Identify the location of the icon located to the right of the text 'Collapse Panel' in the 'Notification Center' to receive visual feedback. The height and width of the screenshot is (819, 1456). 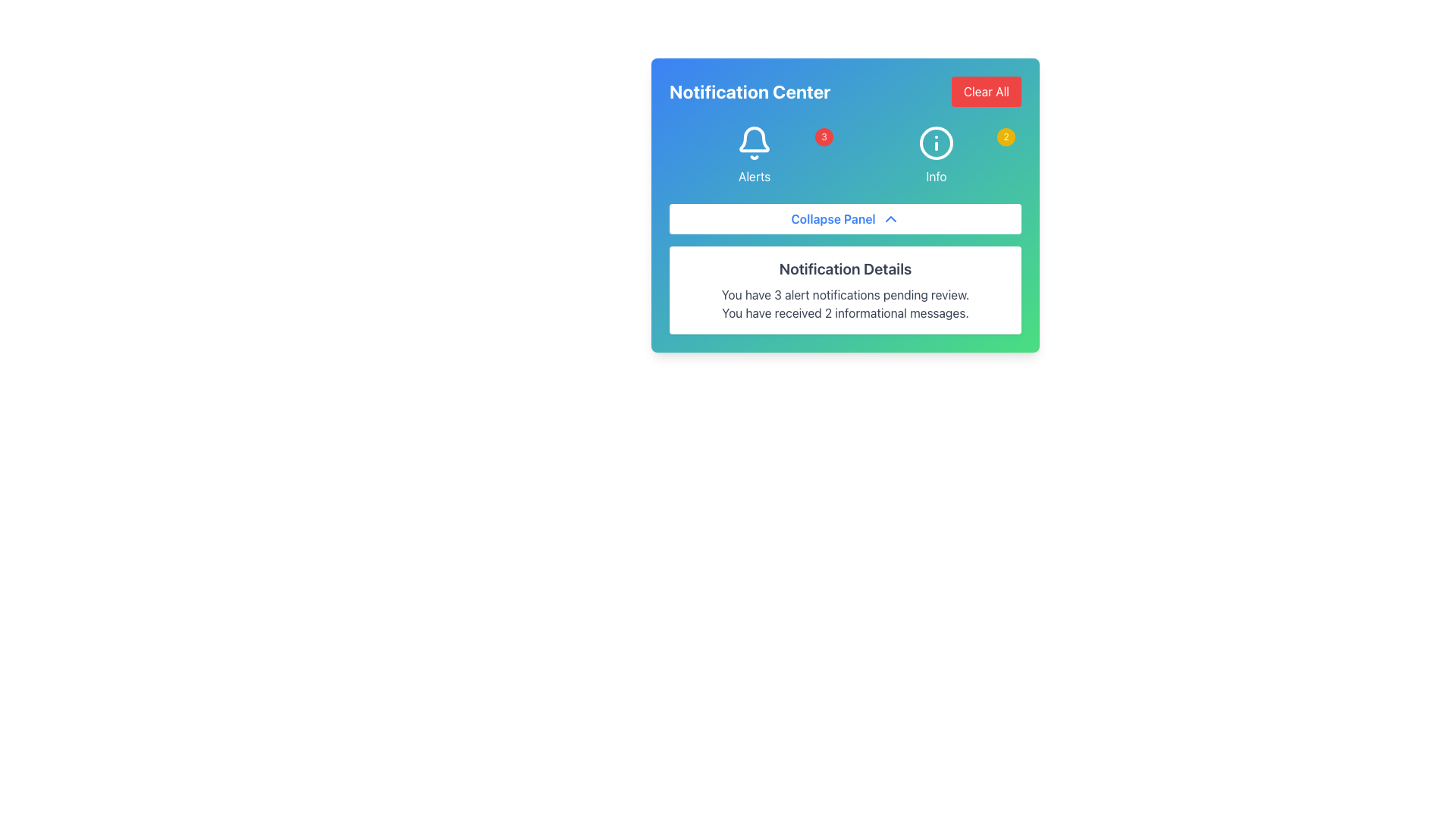
(890, 219).